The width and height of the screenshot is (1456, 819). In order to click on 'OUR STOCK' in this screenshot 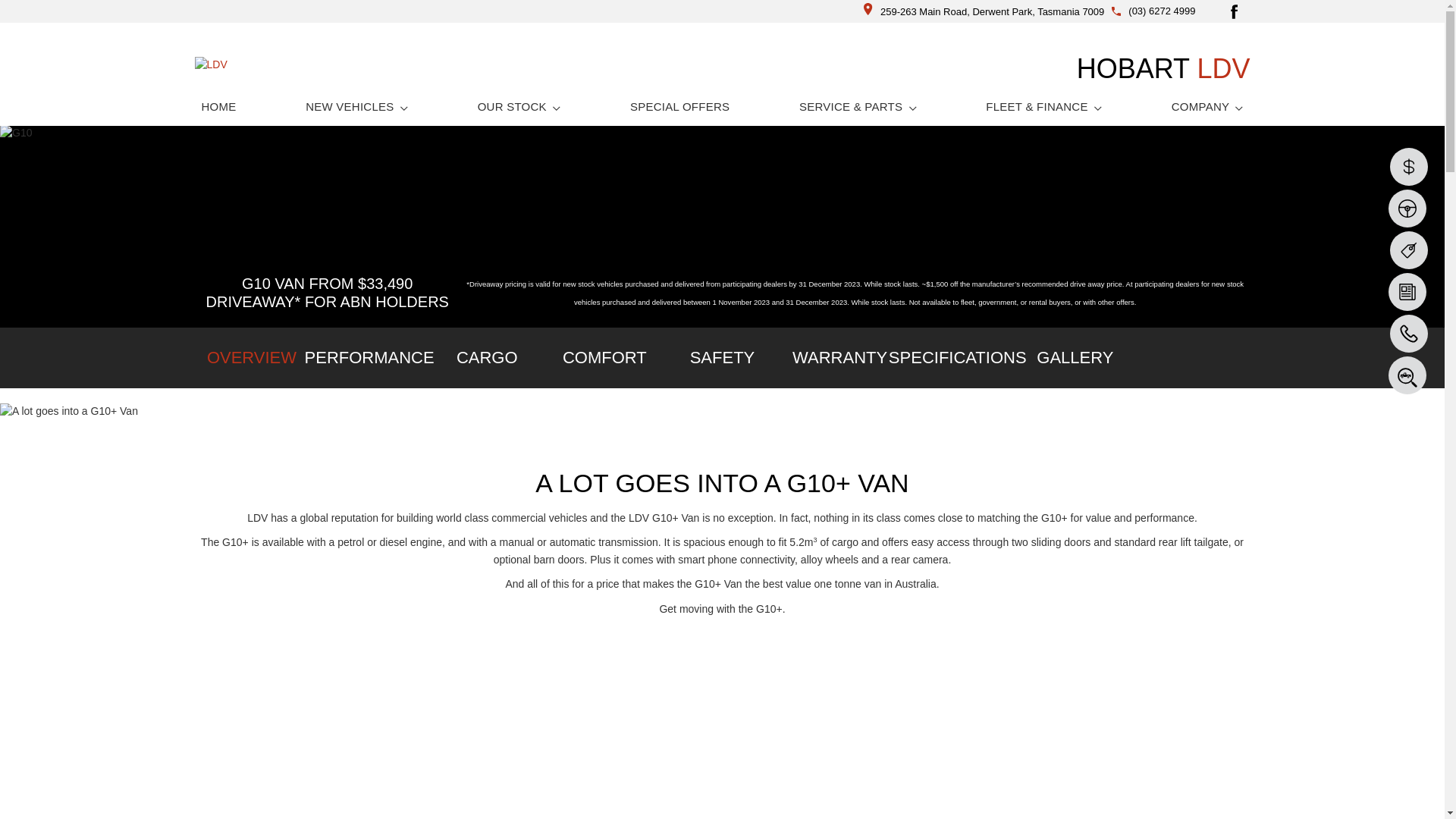, I will do `click(519, 105)`.